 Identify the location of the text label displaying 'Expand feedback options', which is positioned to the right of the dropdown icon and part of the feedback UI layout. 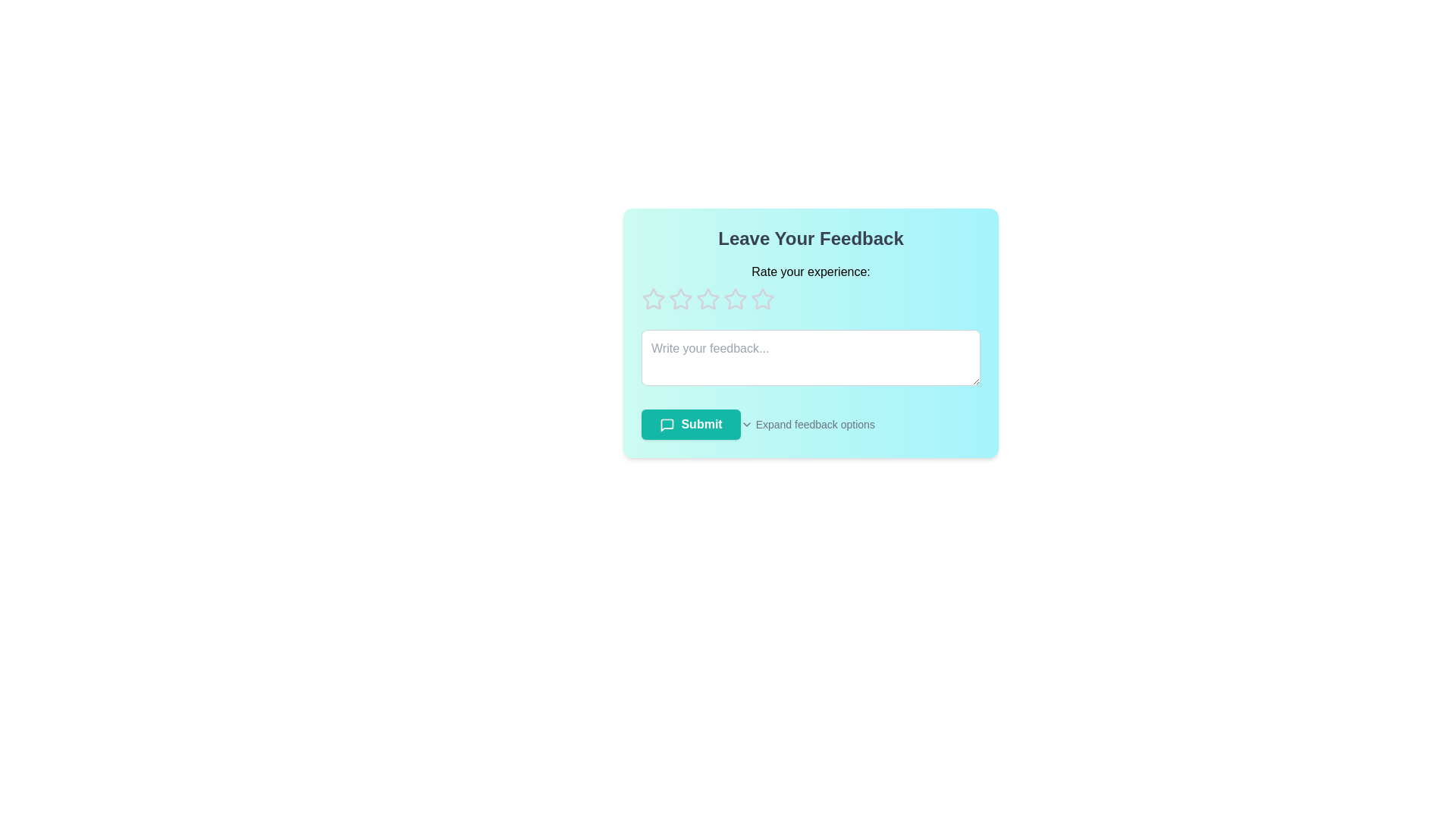
(814, 424).